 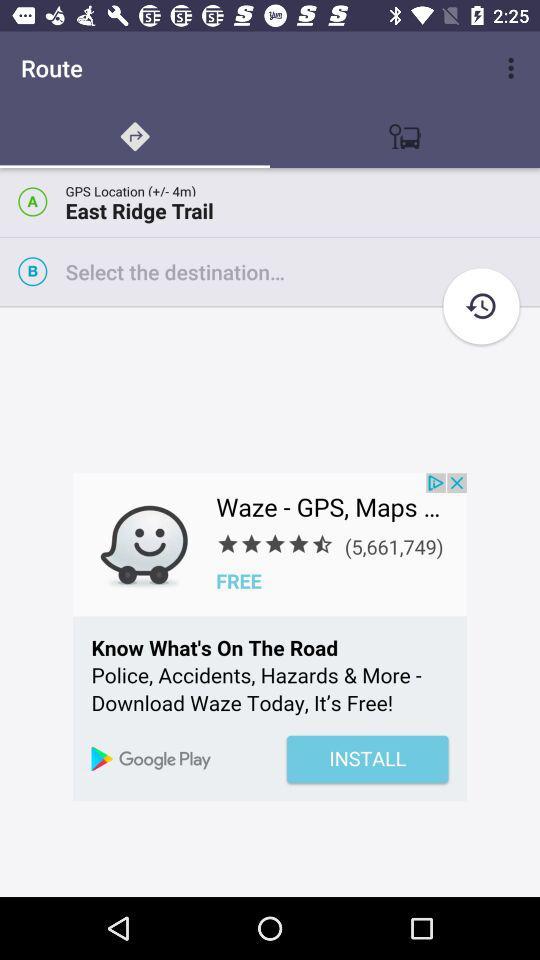 I want to click on waze gps installation, so click(x=270, y=636).